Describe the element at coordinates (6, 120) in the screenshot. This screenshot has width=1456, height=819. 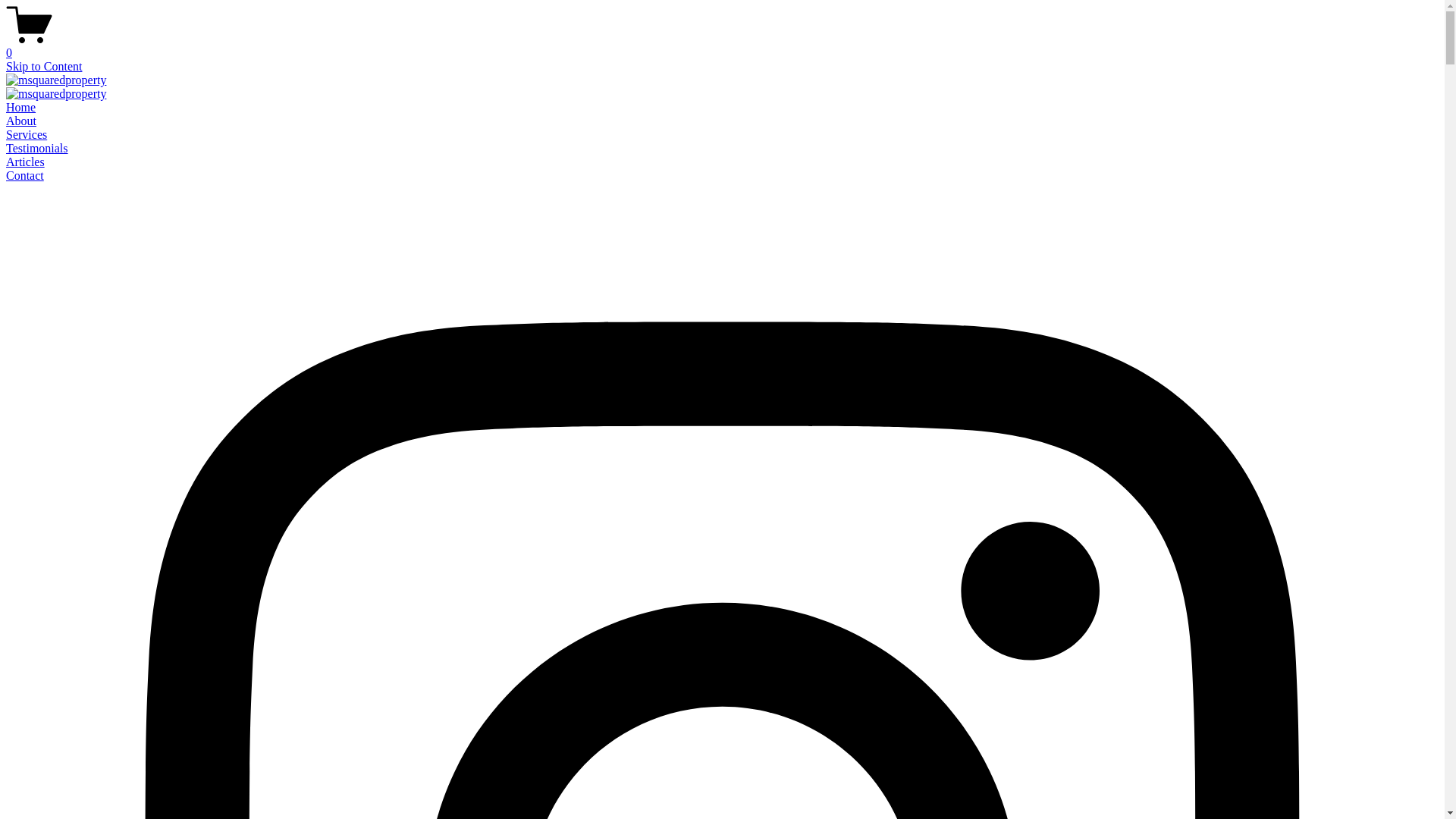
I see `'About'` at that location.